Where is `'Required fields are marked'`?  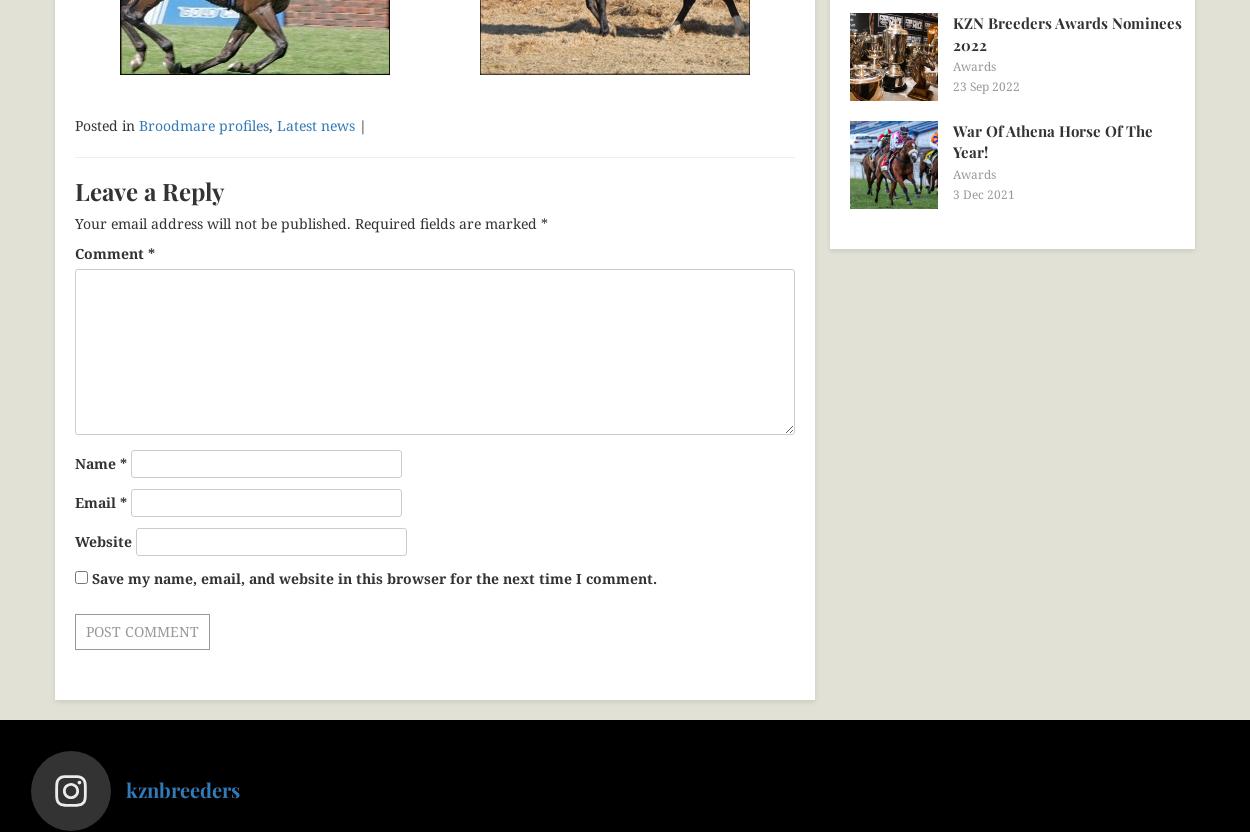 'Required fields are marked' is located at coordinates (447, 223).